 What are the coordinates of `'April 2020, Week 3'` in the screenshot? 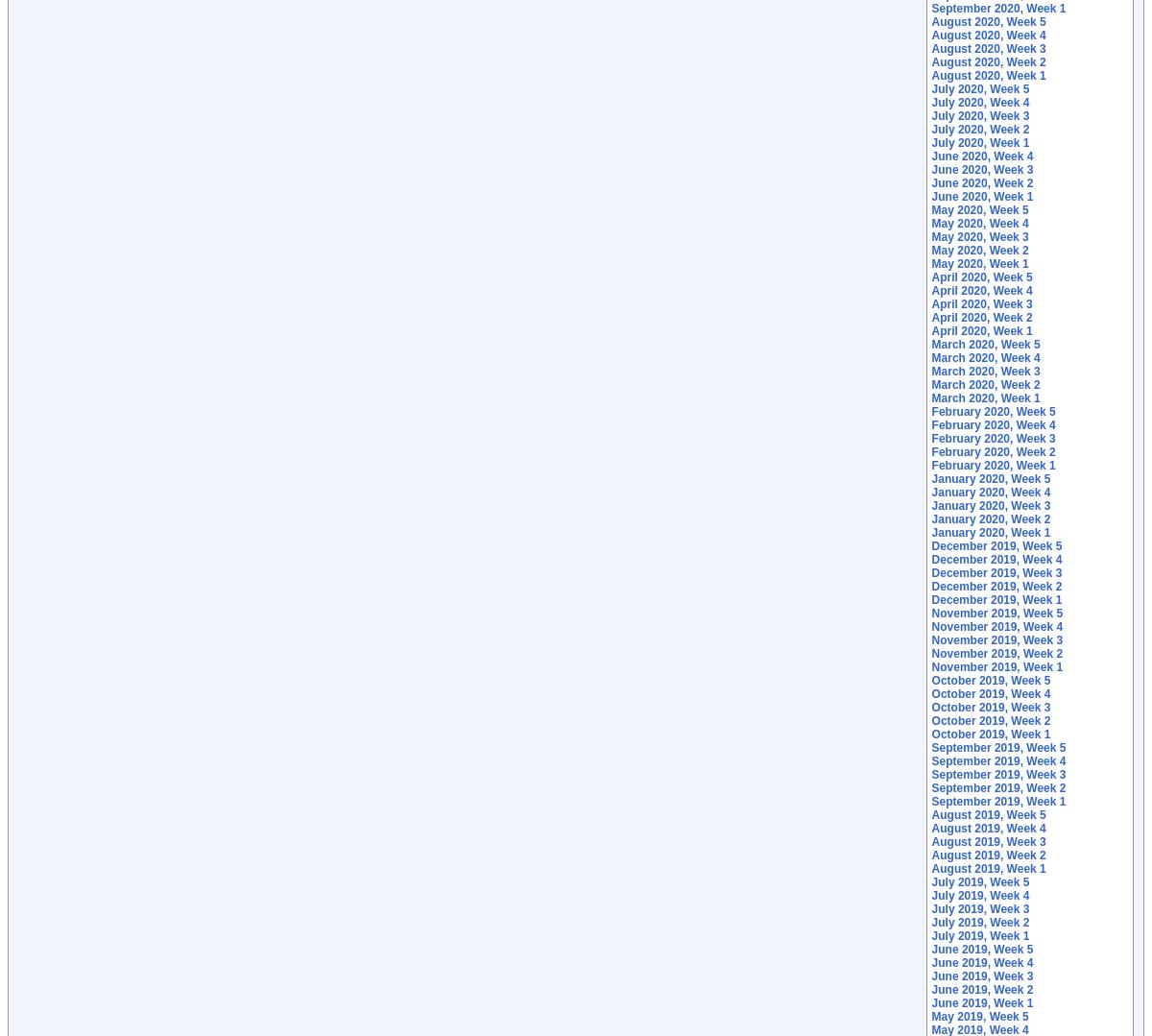 It's located at (930, 303).